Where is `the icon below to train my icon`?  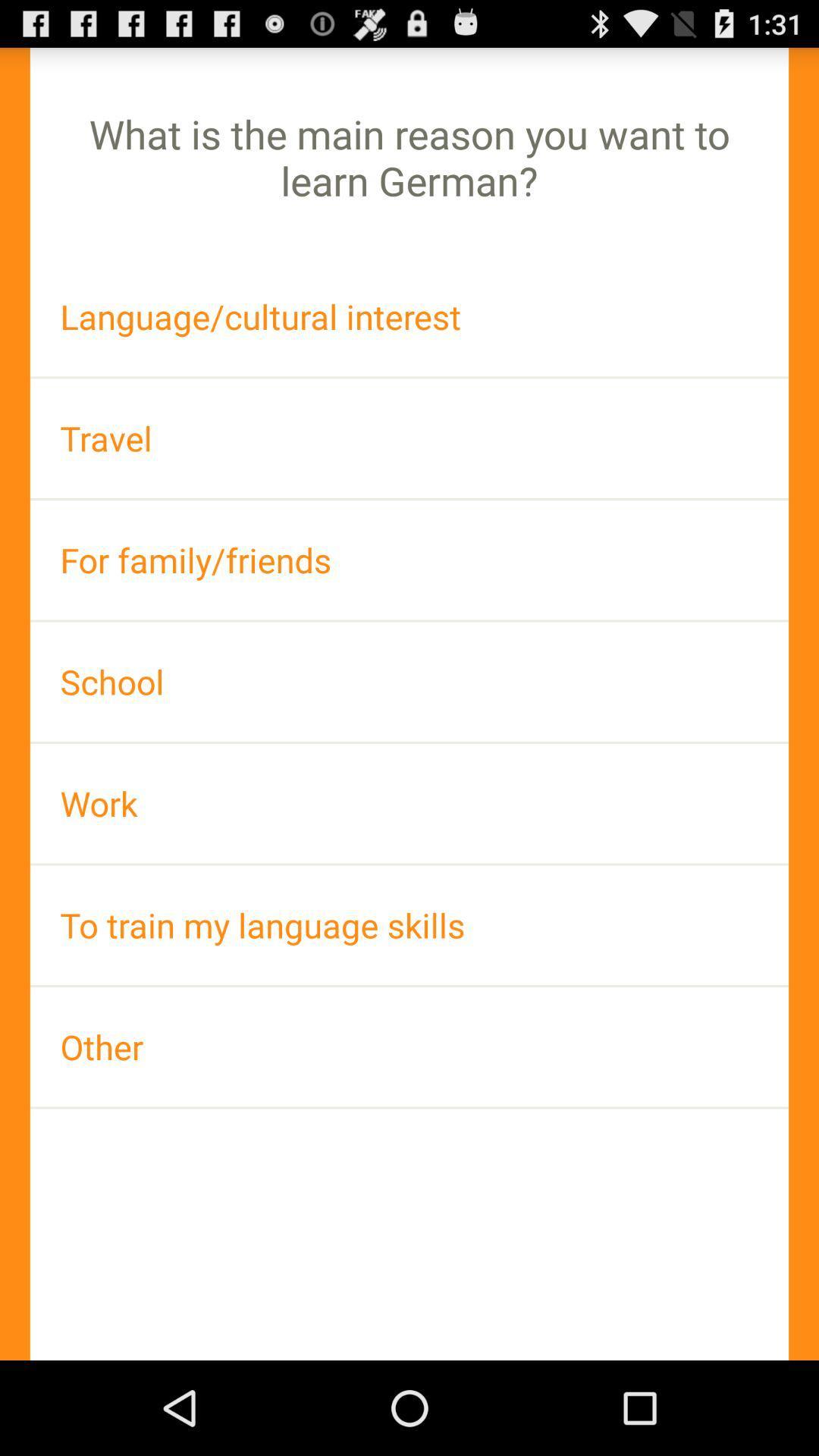
the icon below to train my icon is located at coordinates (409, 1046).